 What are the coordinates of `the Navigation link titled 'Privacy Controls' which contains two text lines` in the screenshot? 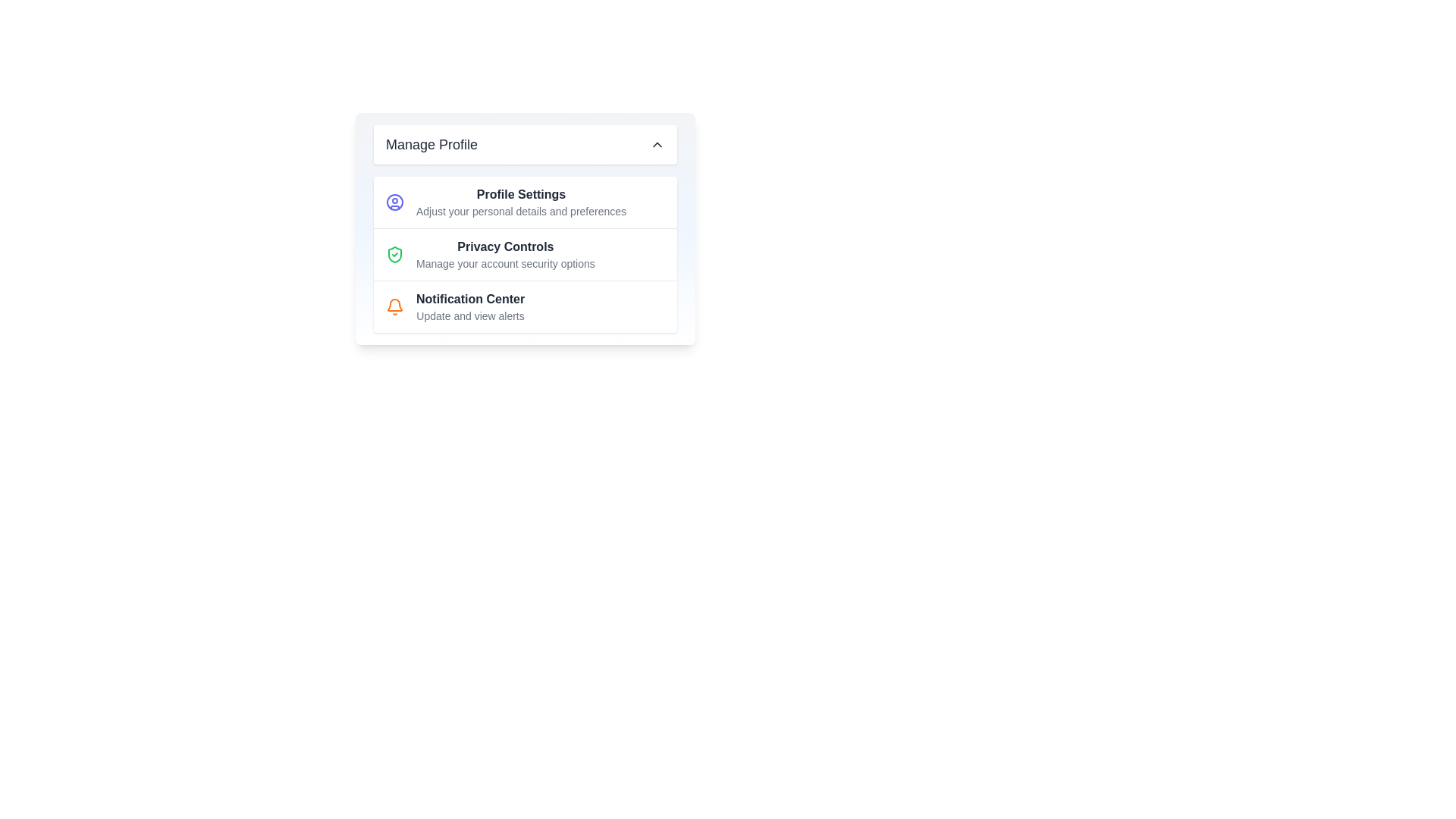 It's located at (505, 253).